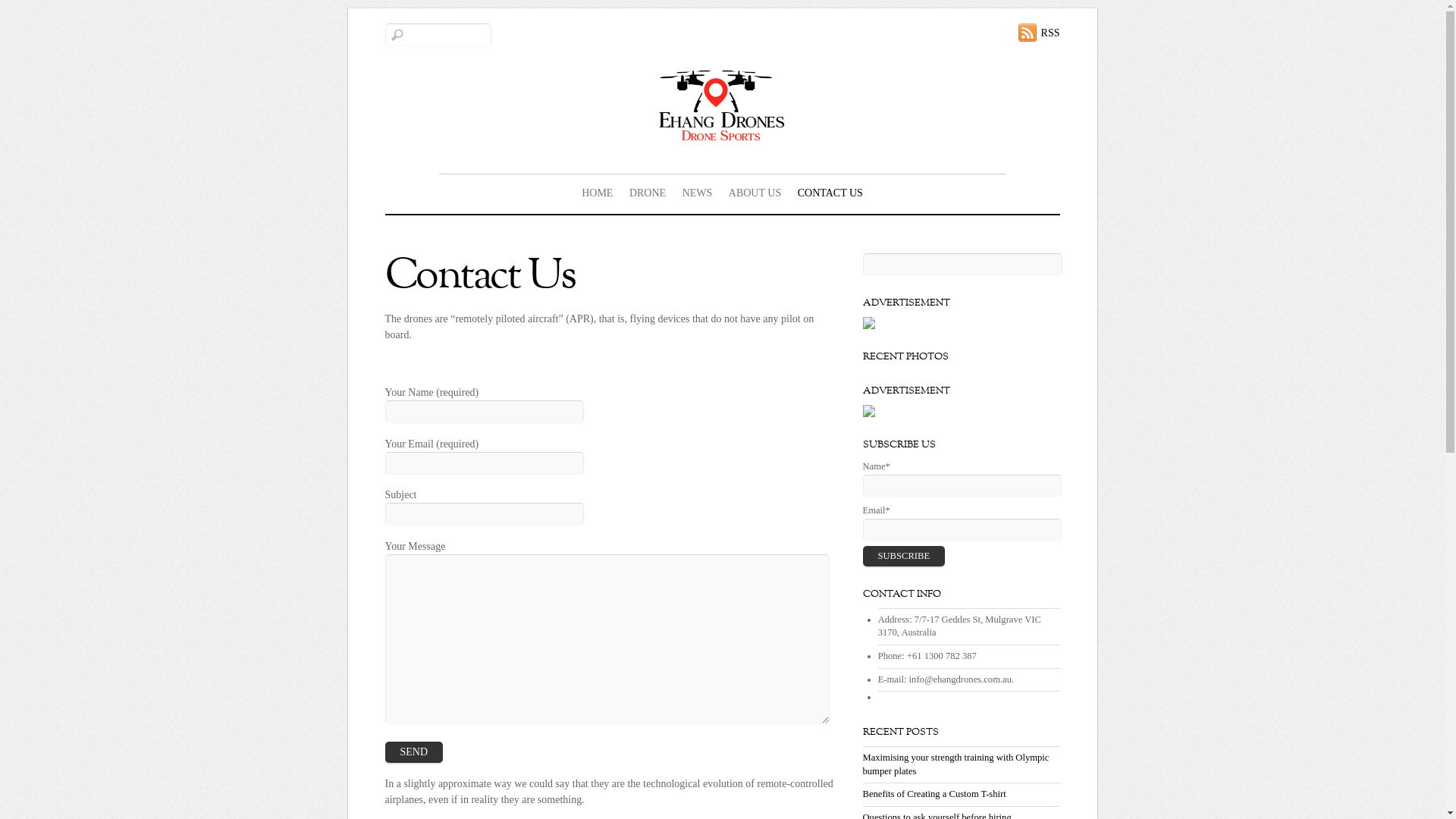 This screenshot has width=1456, height=819. What do you see at coordinates (720, 104) in the screenshot?
I see `'Ehang Drones'` at bounding box center [720, 104].